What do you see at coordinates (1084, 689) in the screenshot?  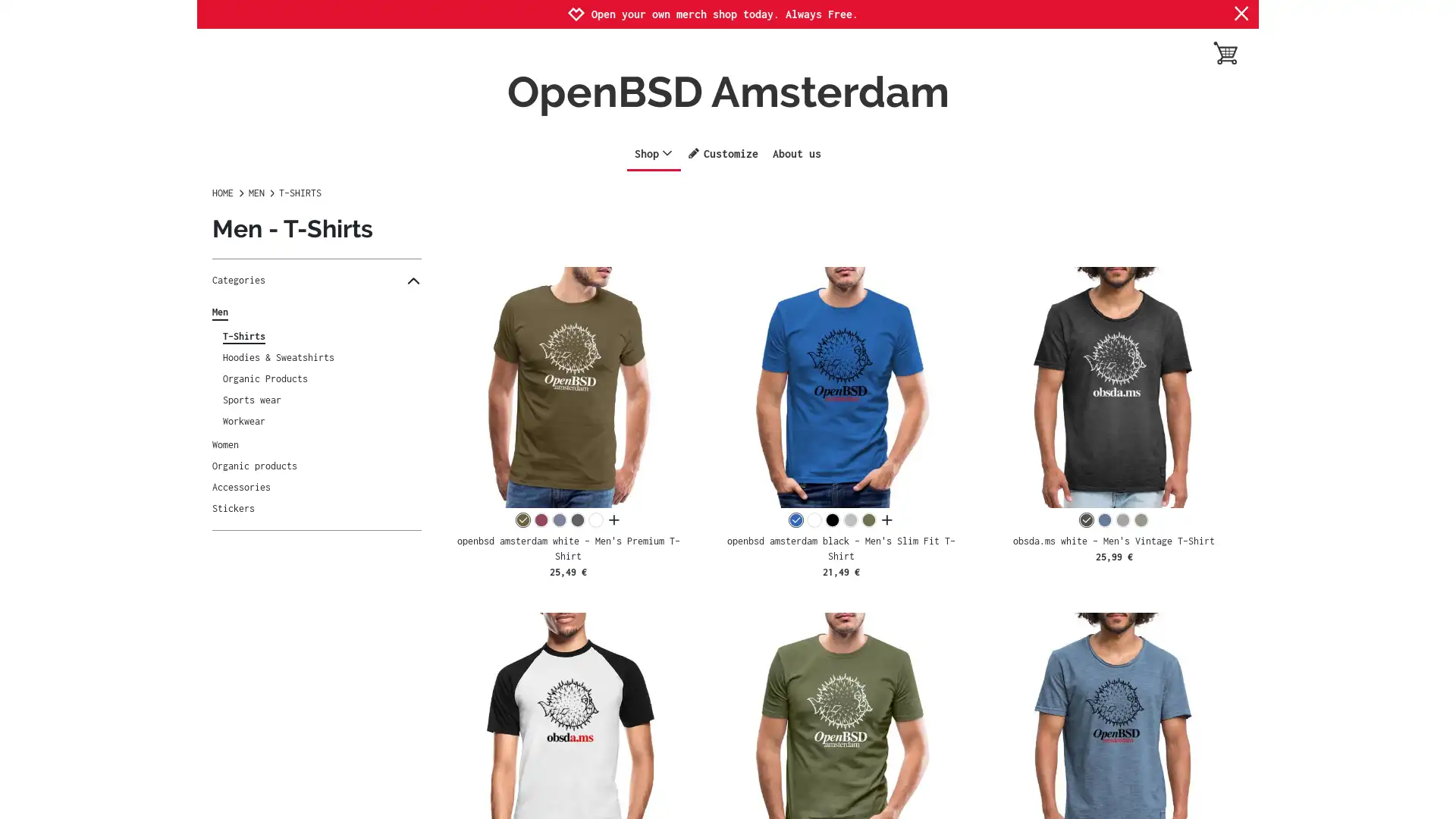 I see `Settings` at bounding box center [1084, 689].